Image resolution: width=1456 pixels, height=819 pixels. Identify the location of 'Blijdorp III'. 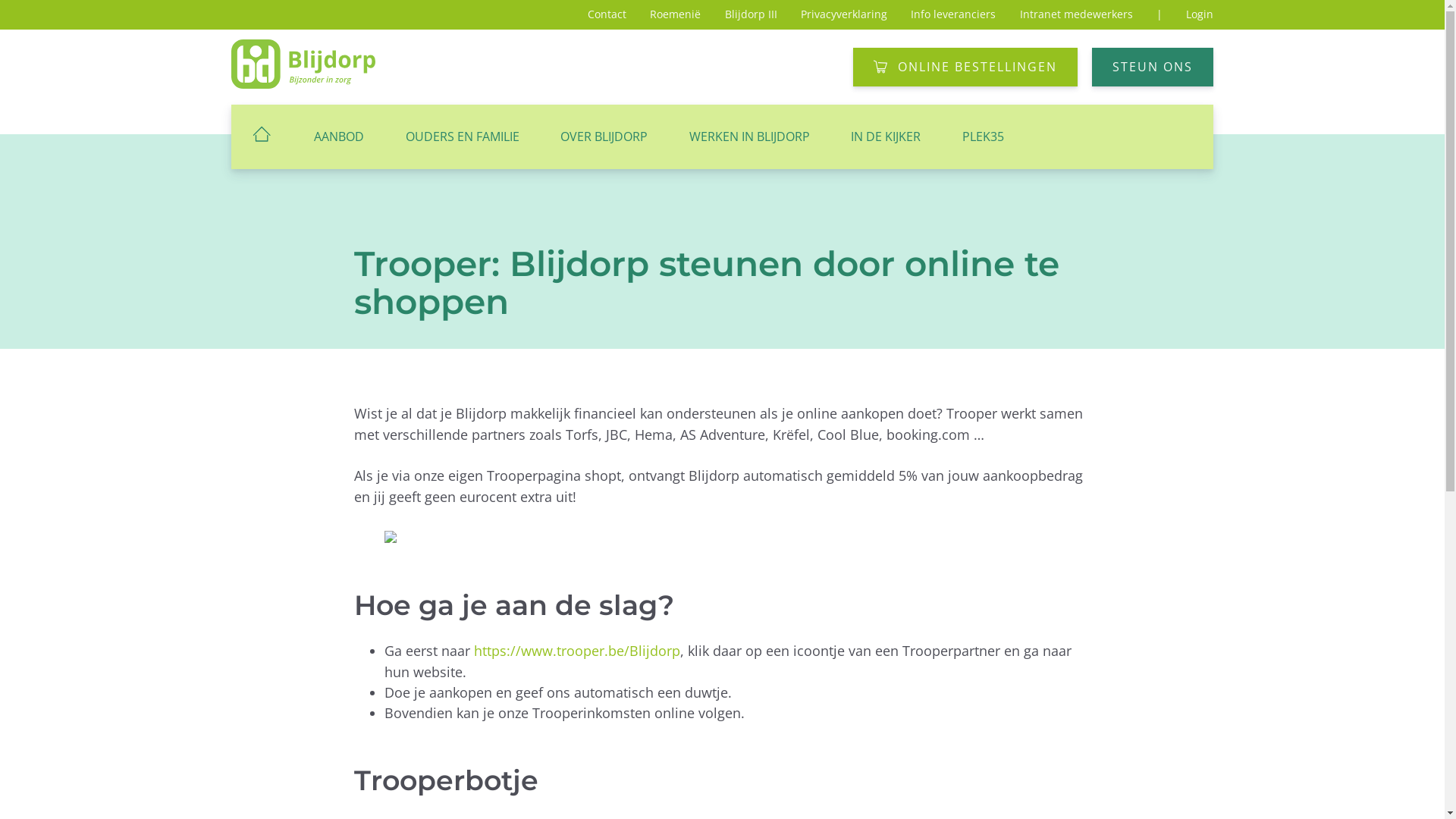
(723, 14).